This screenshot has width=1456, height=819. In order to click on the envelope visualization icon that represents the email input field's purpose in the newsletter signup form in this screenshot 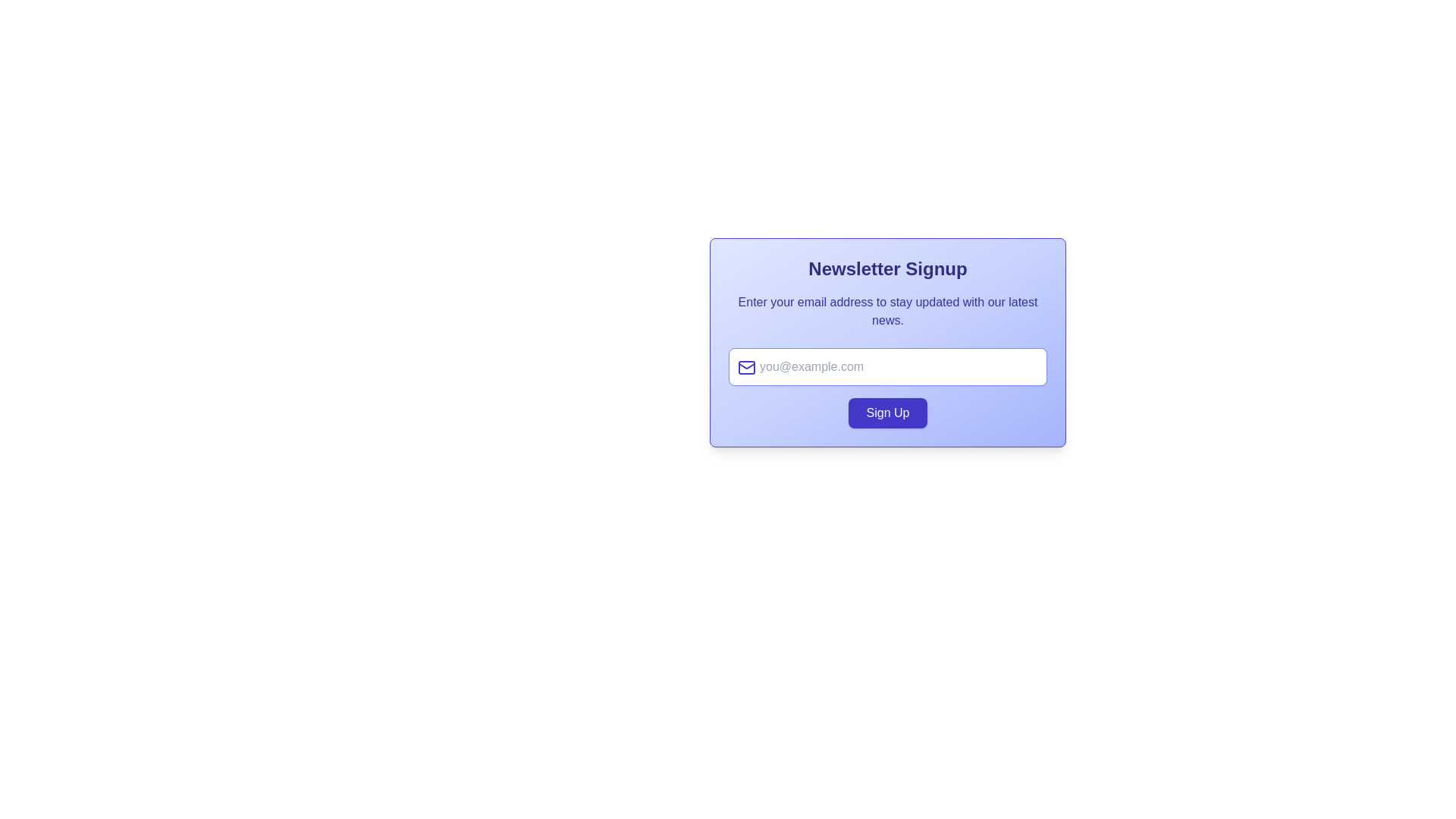, I will do `click(746, 368)`.